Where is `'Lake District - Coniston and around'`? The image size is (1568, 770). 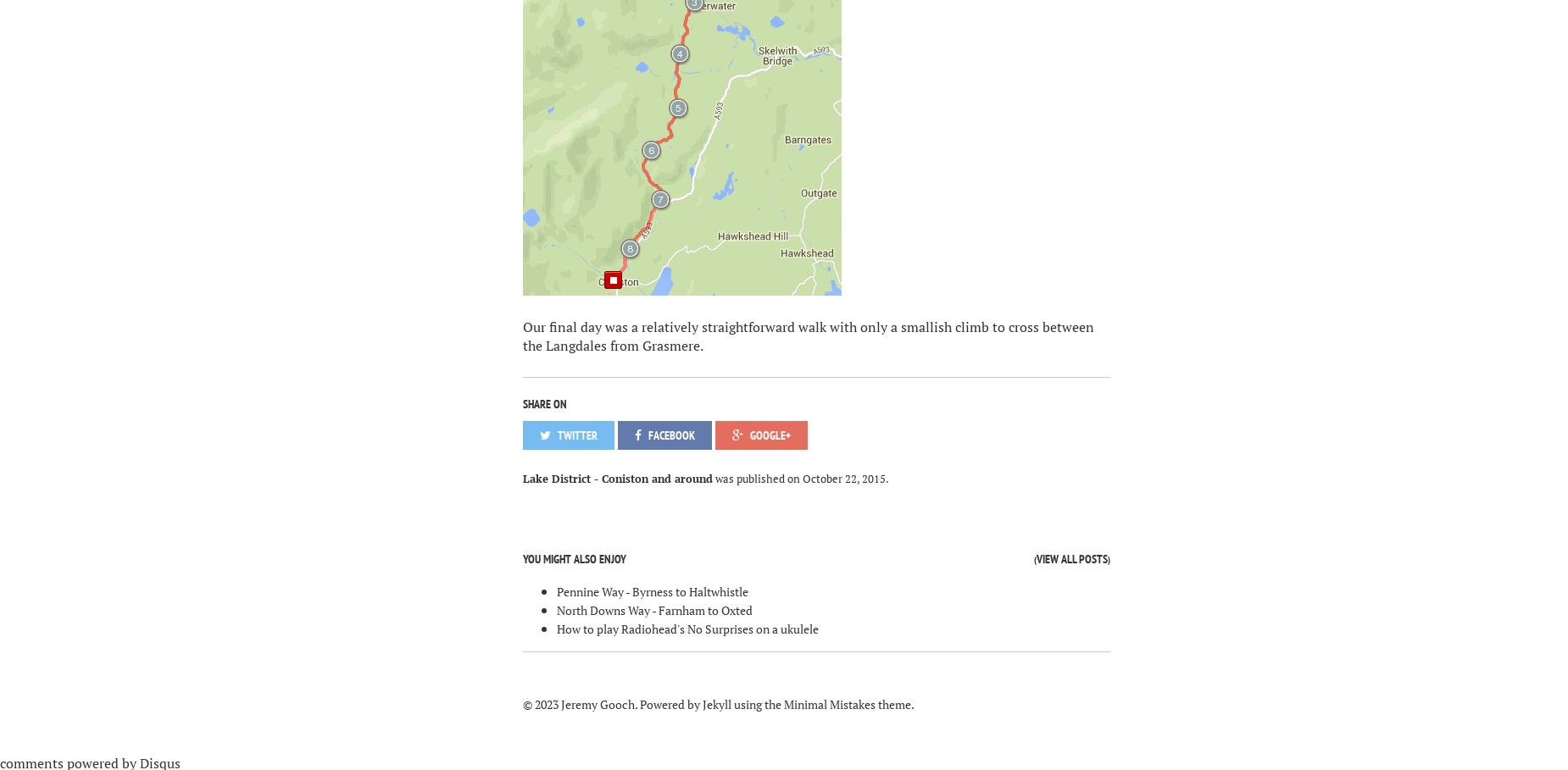 'Lake District - Coniston and around' is located at coordinates (616, 477).